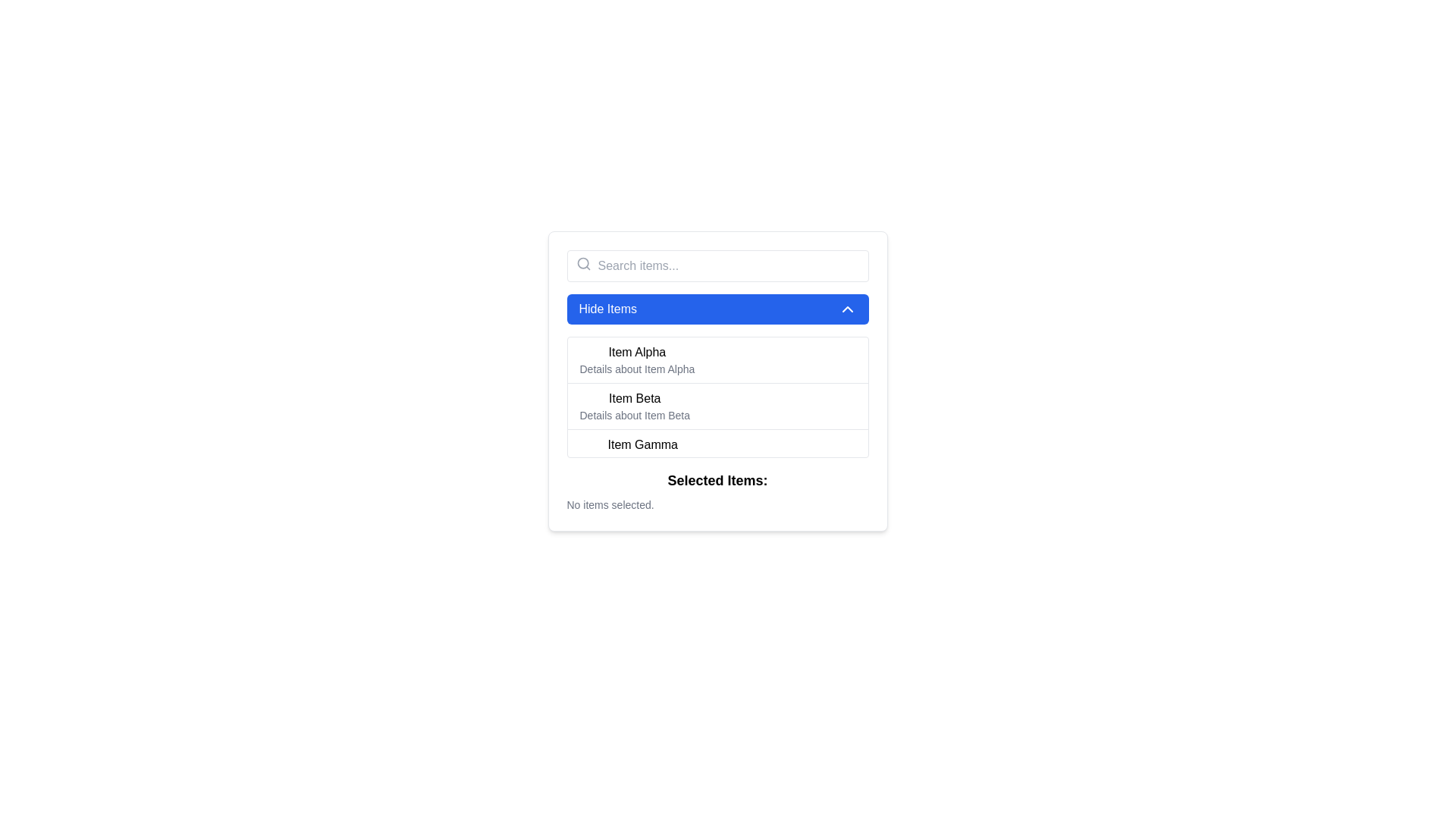  I want to click on displayed information from the Text Display located at the bottom of the card-styled section, which shows the currently selected items or indicates 'No items selected.', so click(717, 491).